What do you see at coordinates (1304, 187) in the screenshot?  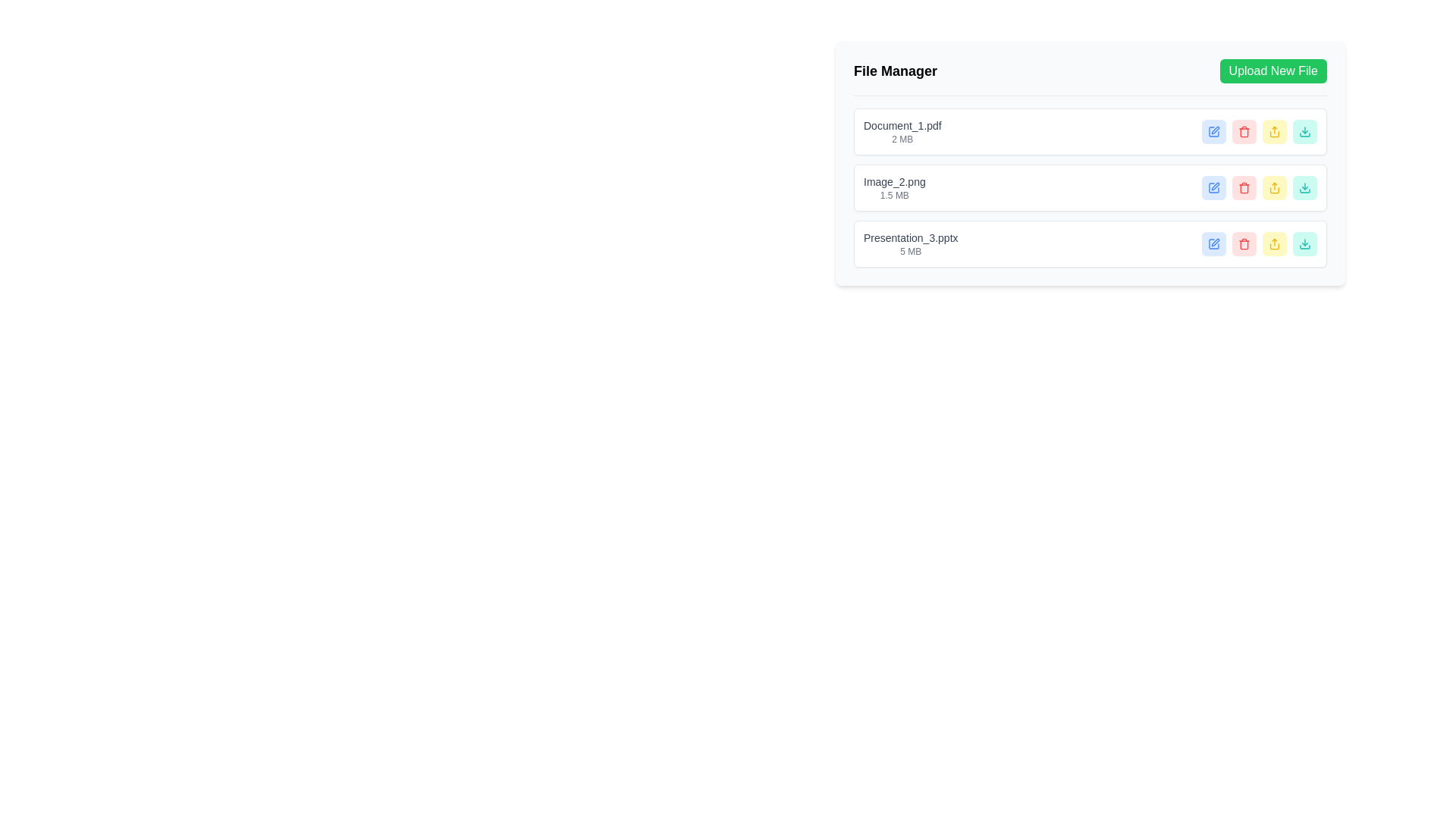 I see `the teal outlined download icon button, which is part of the 'File Manager' interface, located next to the red trash and yellow upload icons` at bounding box center [1304, 187].